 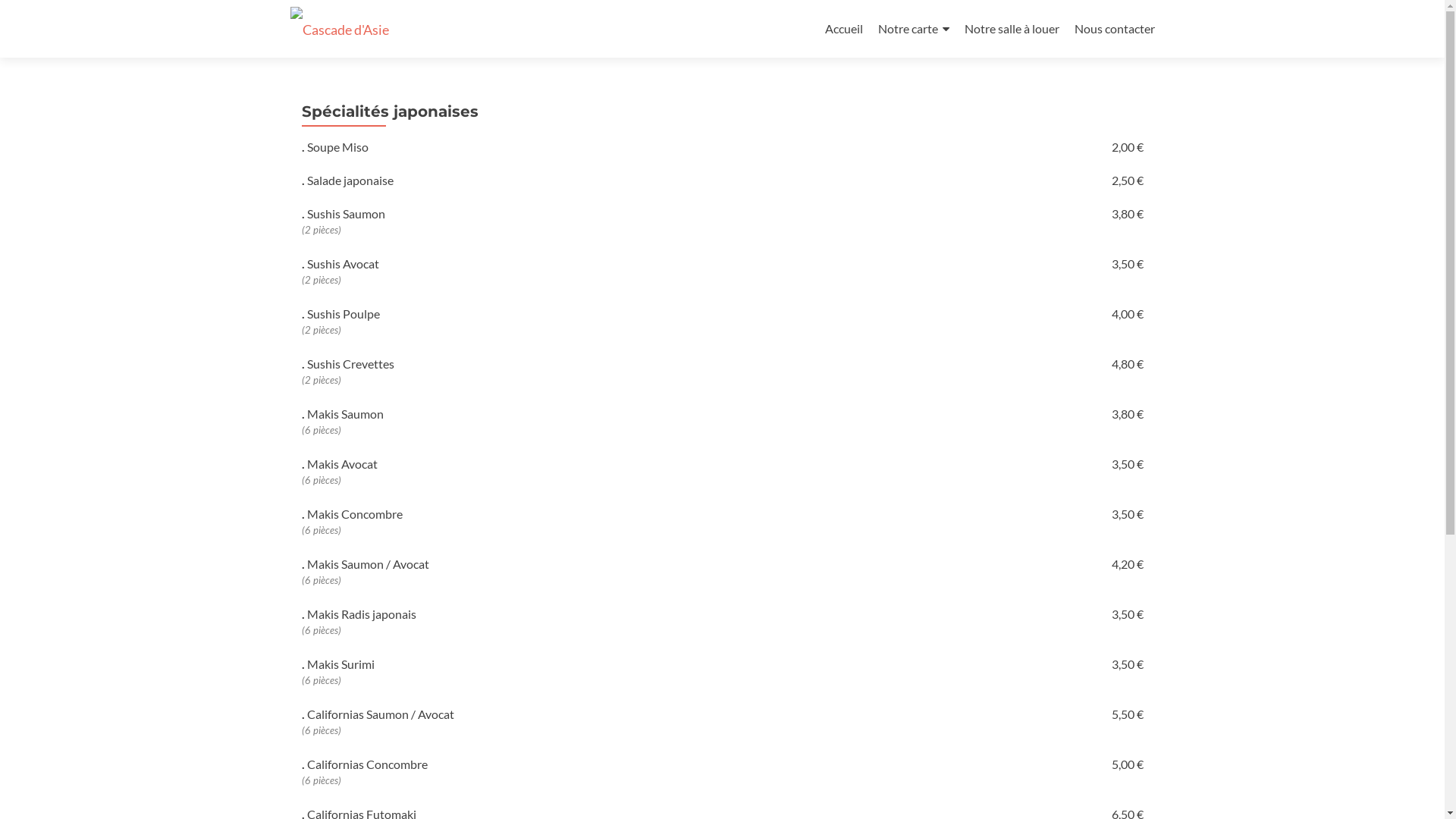 What do you see at coordinates (843, 28) in the screenshot?
I see `'Accueil'` at bounding box center [843, 28].